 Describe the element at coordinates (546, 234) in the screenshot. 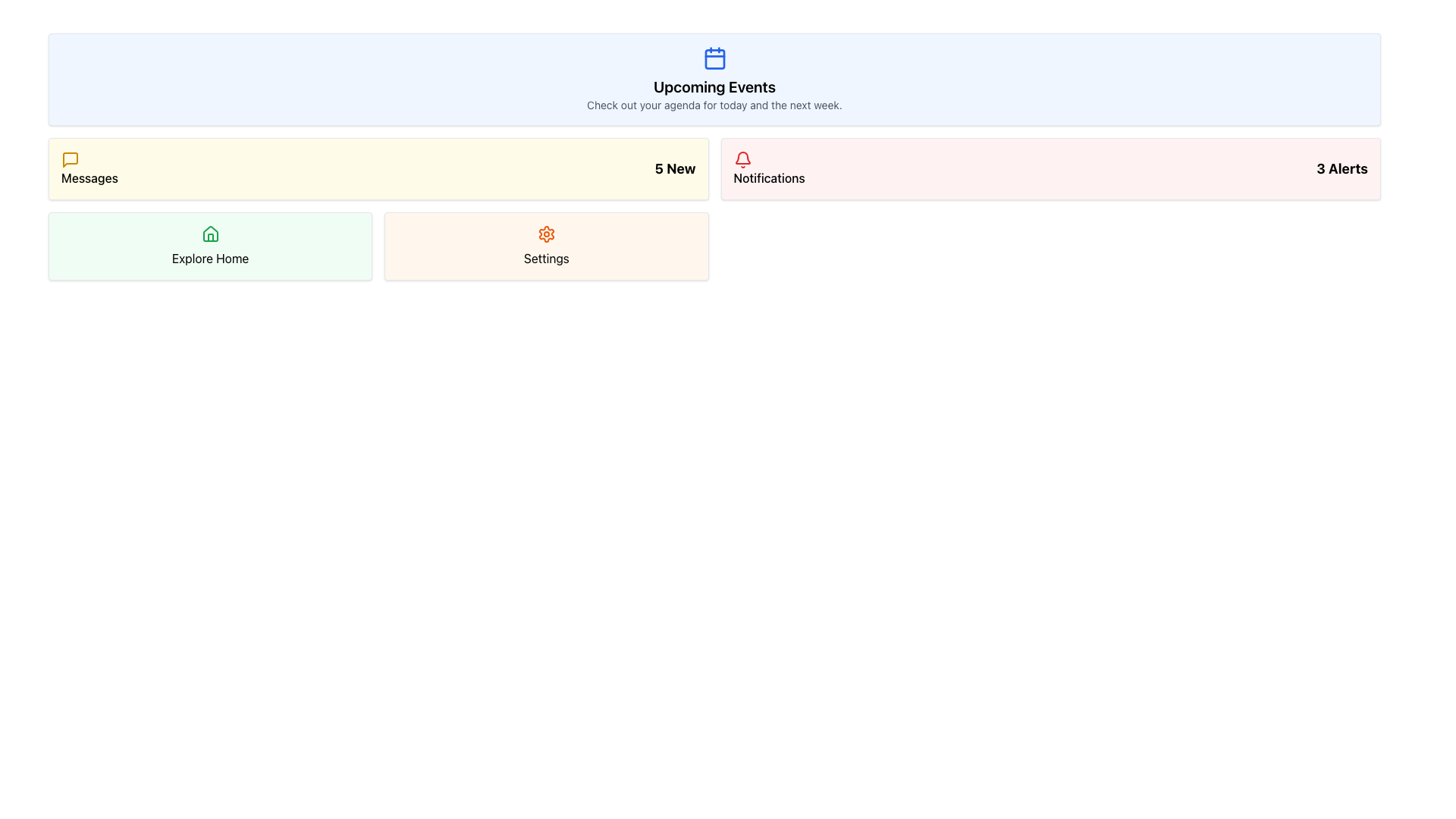

I see `the orange-circled gear icon in the settings section to interact with settings` at that location.